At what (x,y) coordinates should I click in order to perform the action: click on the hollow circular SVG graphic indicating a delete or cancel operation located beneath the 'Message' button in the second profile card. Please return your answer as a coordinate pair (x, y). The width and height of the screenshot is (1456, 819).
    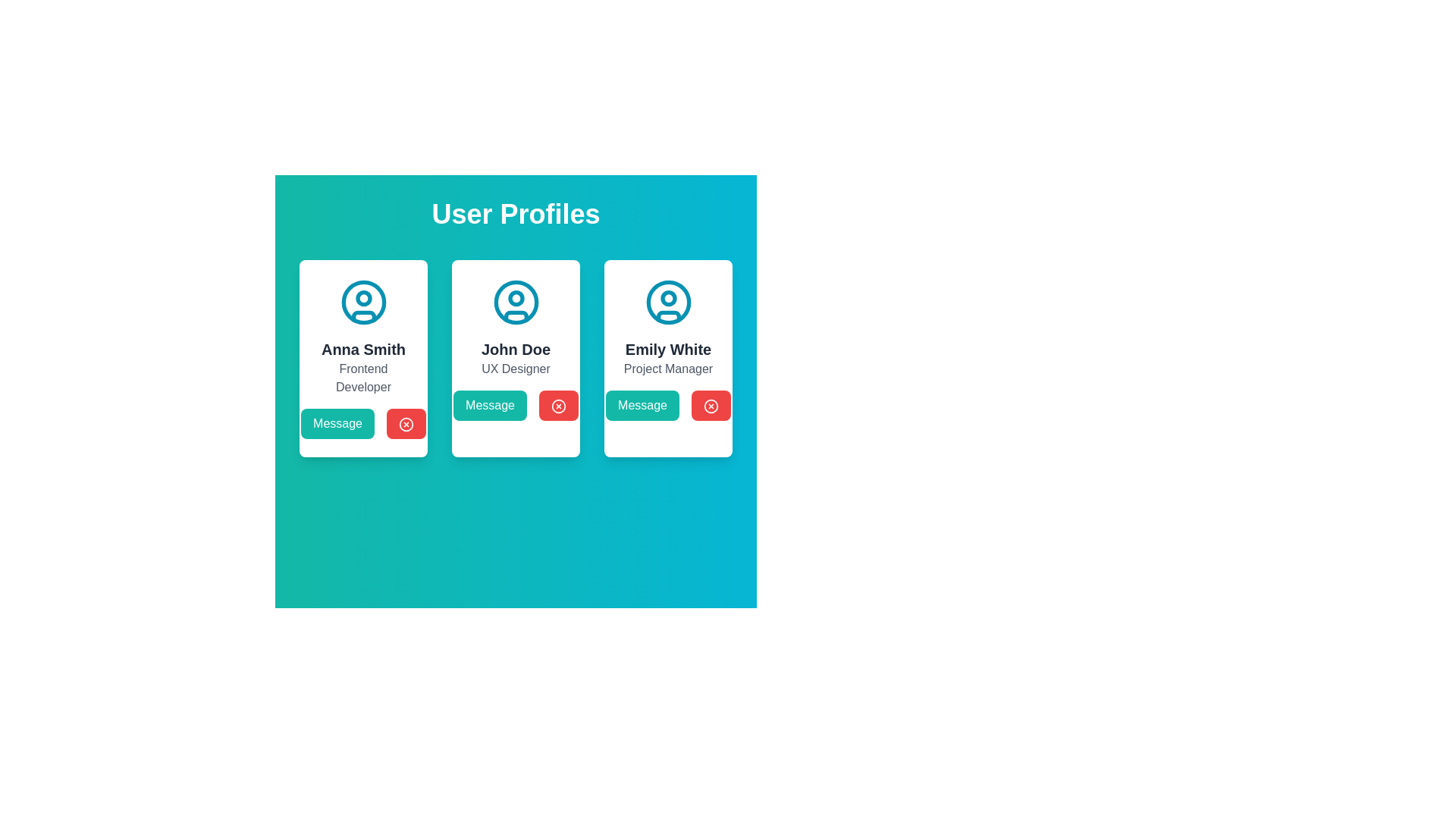
    Looking at the image, I should click on (406, 424).